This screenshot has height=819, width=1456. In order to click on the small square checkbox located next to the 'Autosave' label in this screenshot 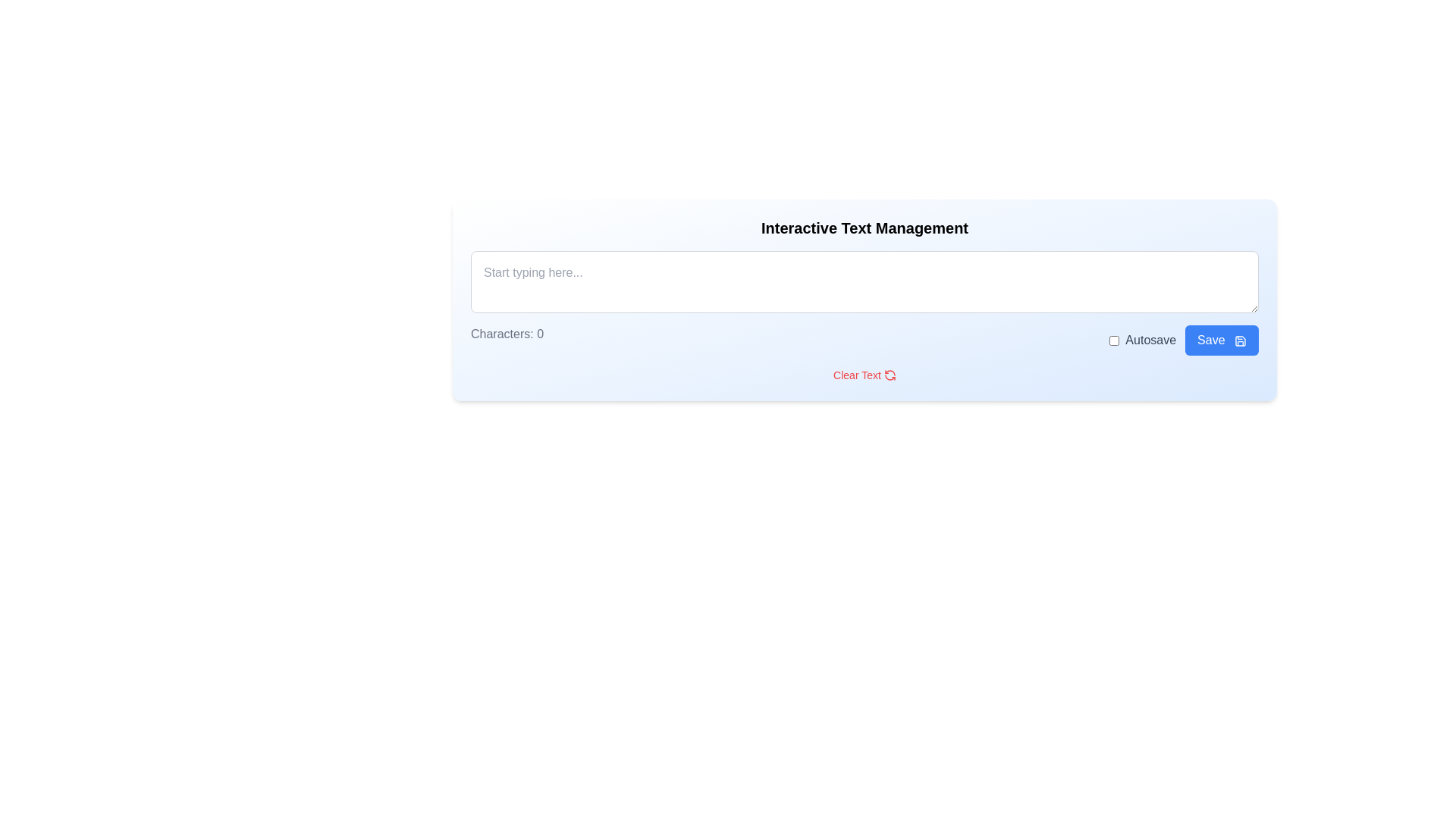, I will do `click(1114, 339)`.